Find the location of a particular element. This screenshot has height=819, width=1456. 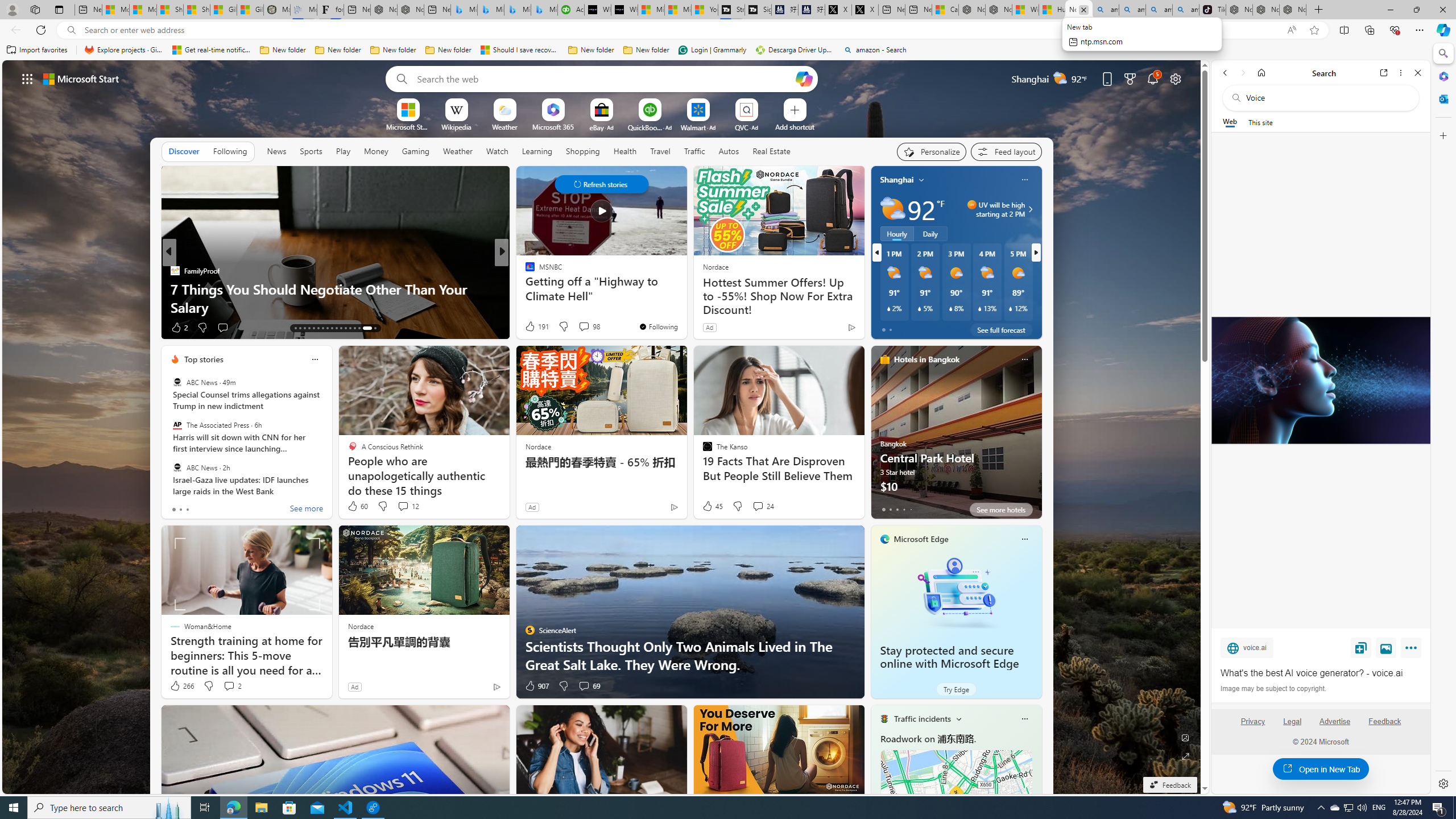

'UV will be high starting at 2 PM' is located at coordinates (1028, 209).